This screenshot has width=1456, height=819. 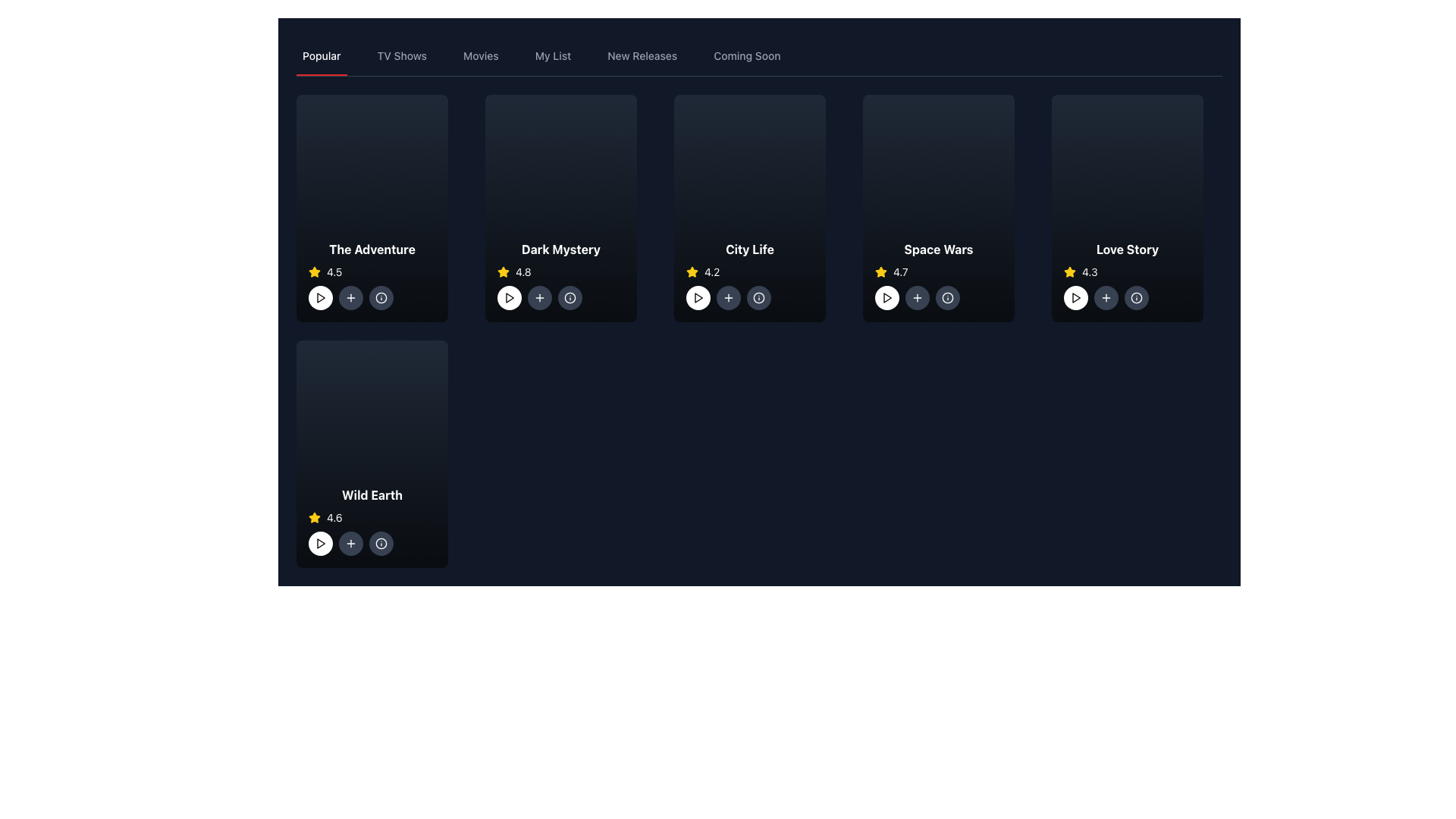 I want to click on the yellow filled star icon representing the rating system for accessibility purposes, located to the left of the '4.7' score text in the 'Space Wars' card, so click(x=880, y=271).